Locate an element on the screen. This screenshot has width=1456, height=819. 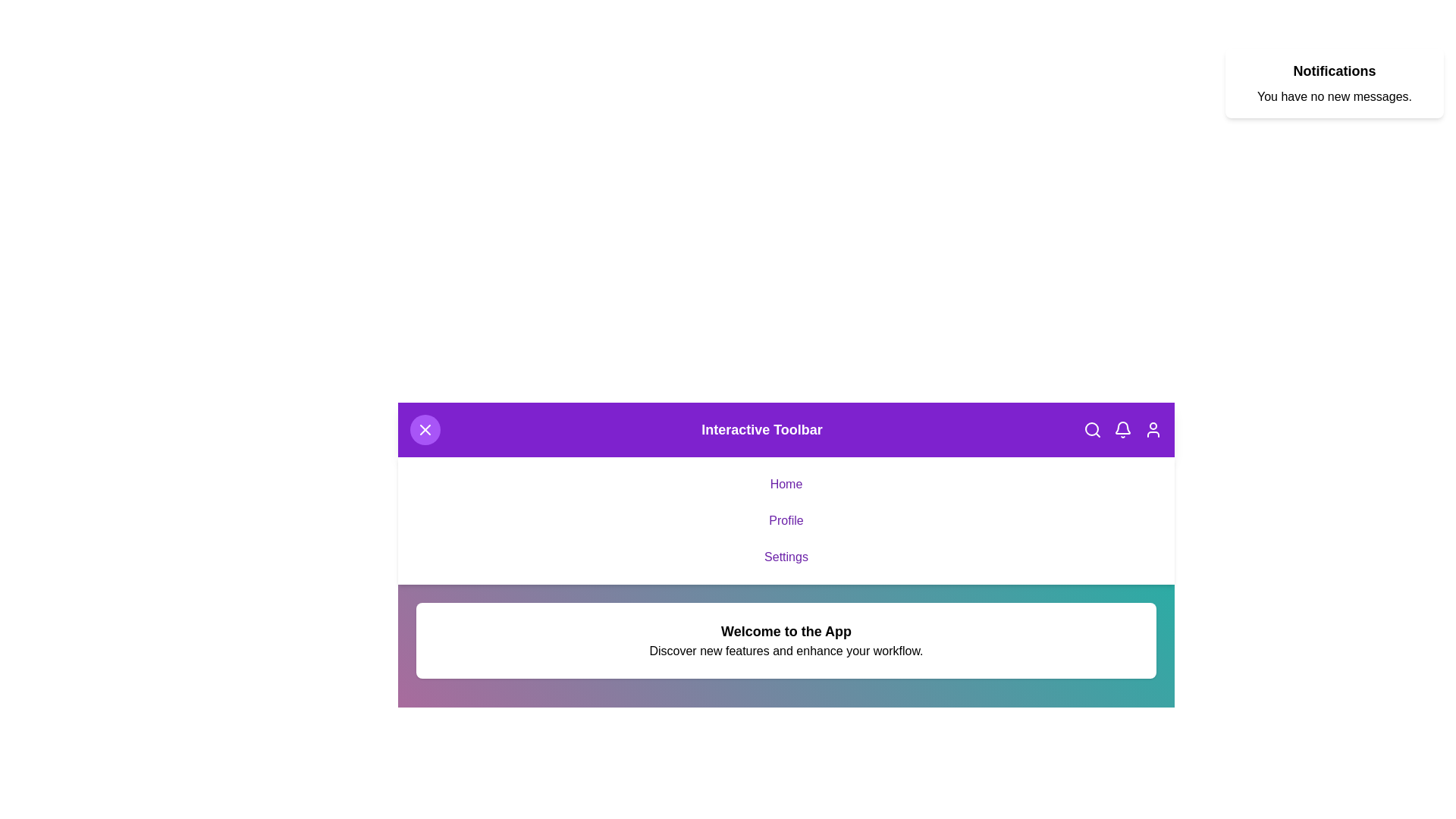
the 'Settings' link in the navigation menu is located at coordinates (786, 557).